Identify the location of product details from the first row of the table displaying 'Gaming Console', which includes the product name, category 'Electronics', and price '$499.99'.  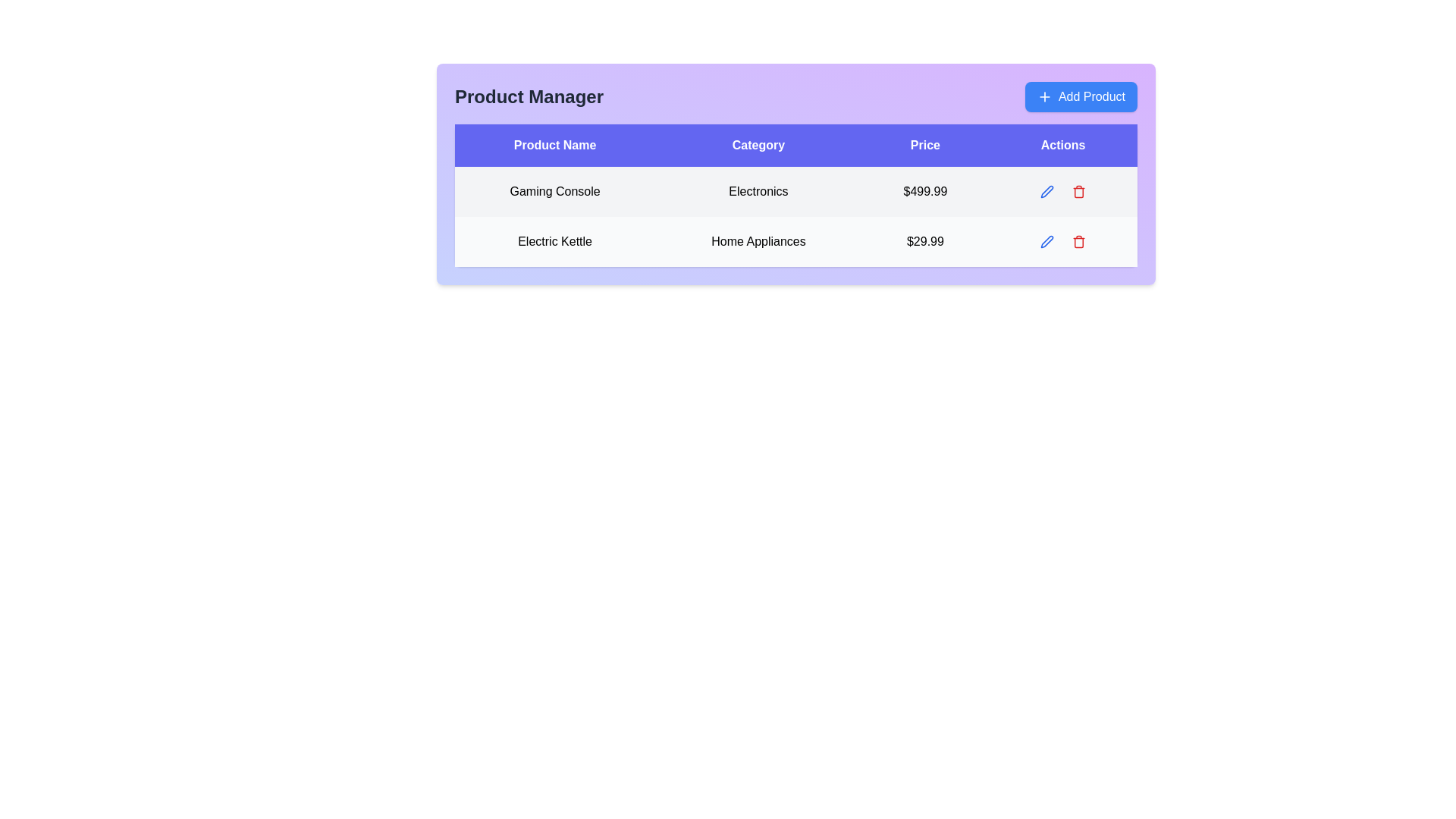
(795, 191).